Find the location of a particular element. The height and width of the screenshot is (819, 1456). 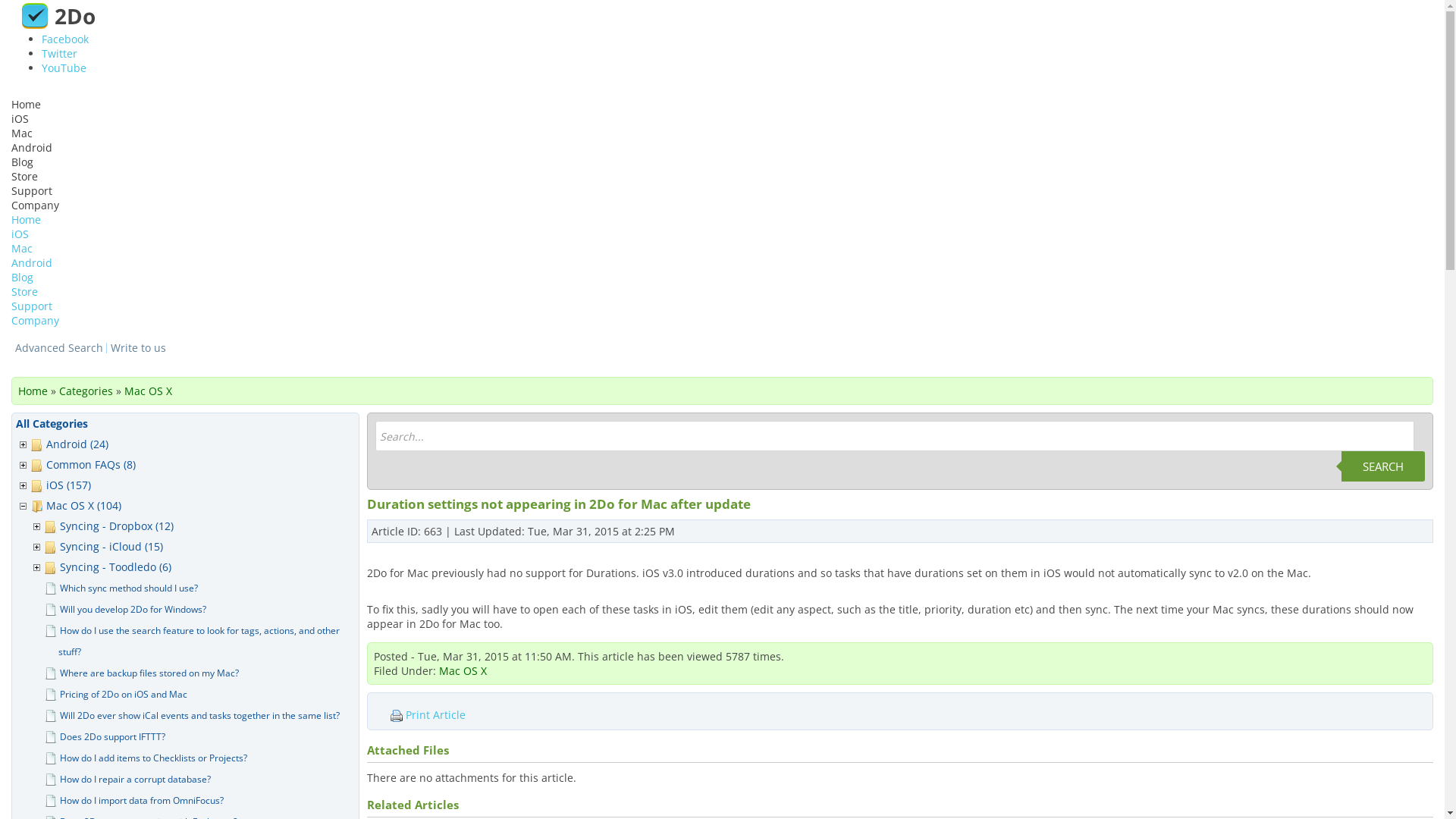

'Pricing of 2Do on iOS and Mac' is located at coordinates (127, 694).